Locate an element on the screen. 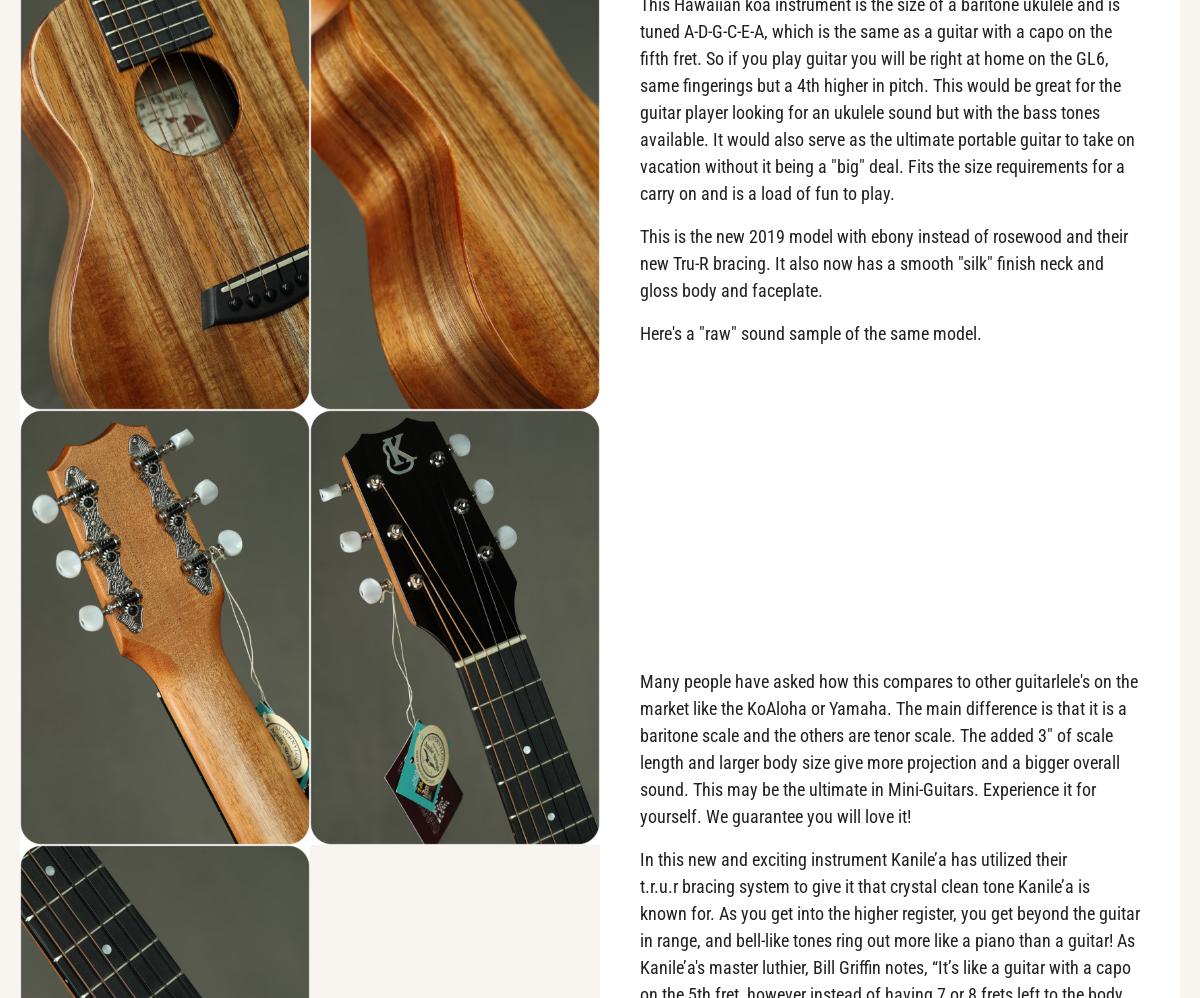 The width and height of the screenshot is (1200, 998). 'After adjusting the nut and saddle heights, high spots in the fretboard or uneven frets will potentially cause fret buzz, dead spots, or other unwanted problems. The frets are filed to create a more consistent level across the fretboard. We then crown the frets to return their rounded curvature back to the top of each fret creating a clear contact point for each string. We then smooth and polish the frets and condition the fingerboard to bring them back to new condition.' is located at coordinates (57, 788).